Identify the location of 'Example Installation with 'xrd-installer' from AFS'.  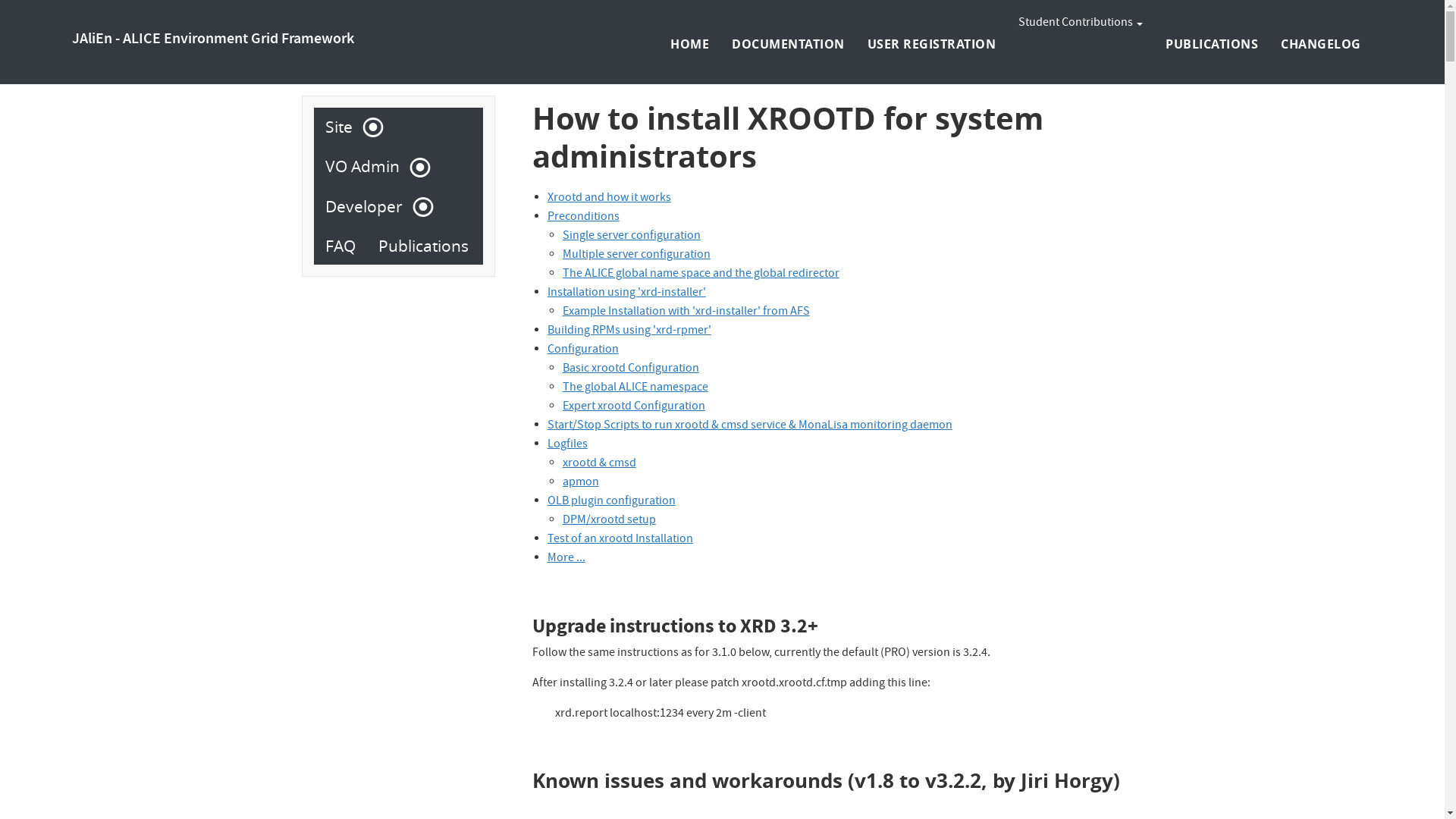
(686, 312).